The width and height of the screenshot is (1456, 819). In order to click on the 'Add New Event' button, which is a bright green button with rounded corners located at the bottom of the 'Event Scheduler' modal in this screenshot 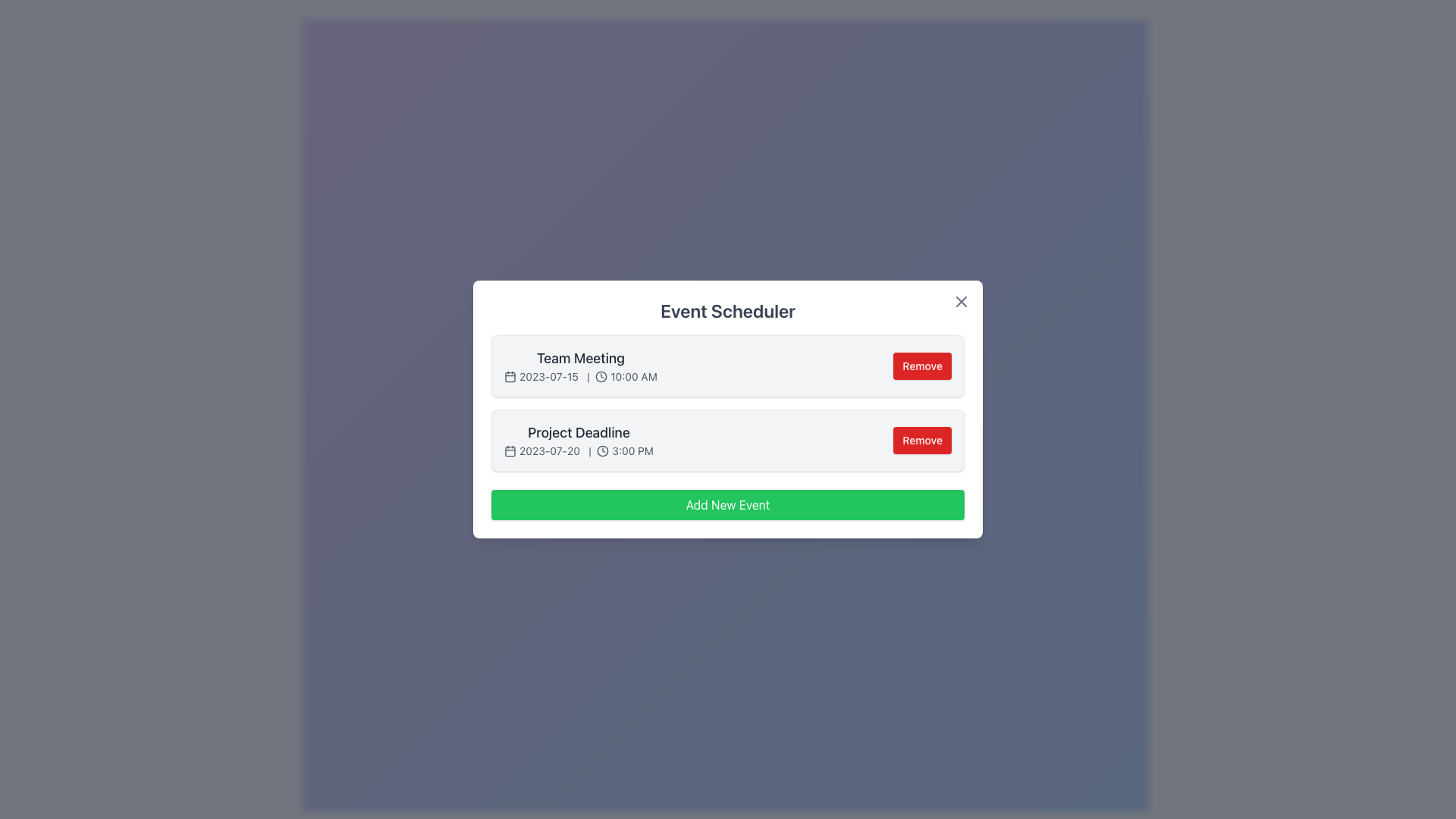, I will do `click(728, 505)`.